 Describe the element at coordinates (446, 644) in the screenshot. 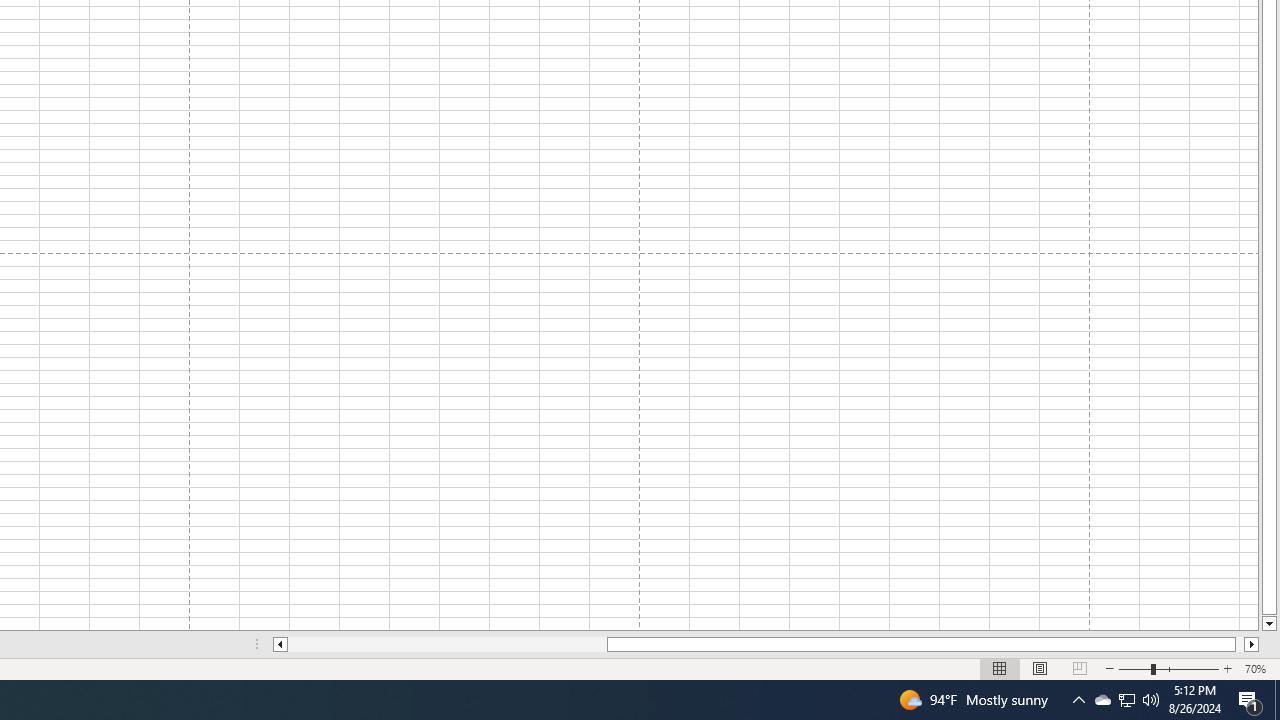

I see `'Page left'` at that location.